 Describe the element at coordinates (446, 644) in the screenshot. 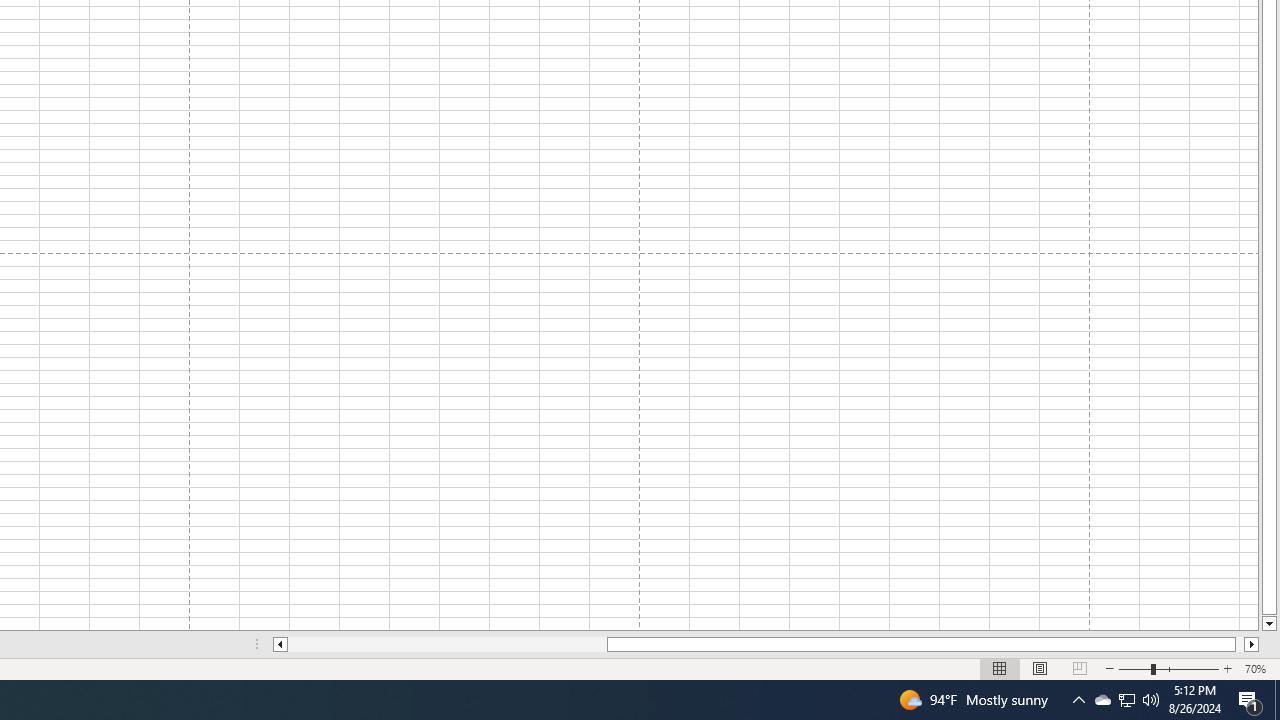

I see `'Page left'` at that location.